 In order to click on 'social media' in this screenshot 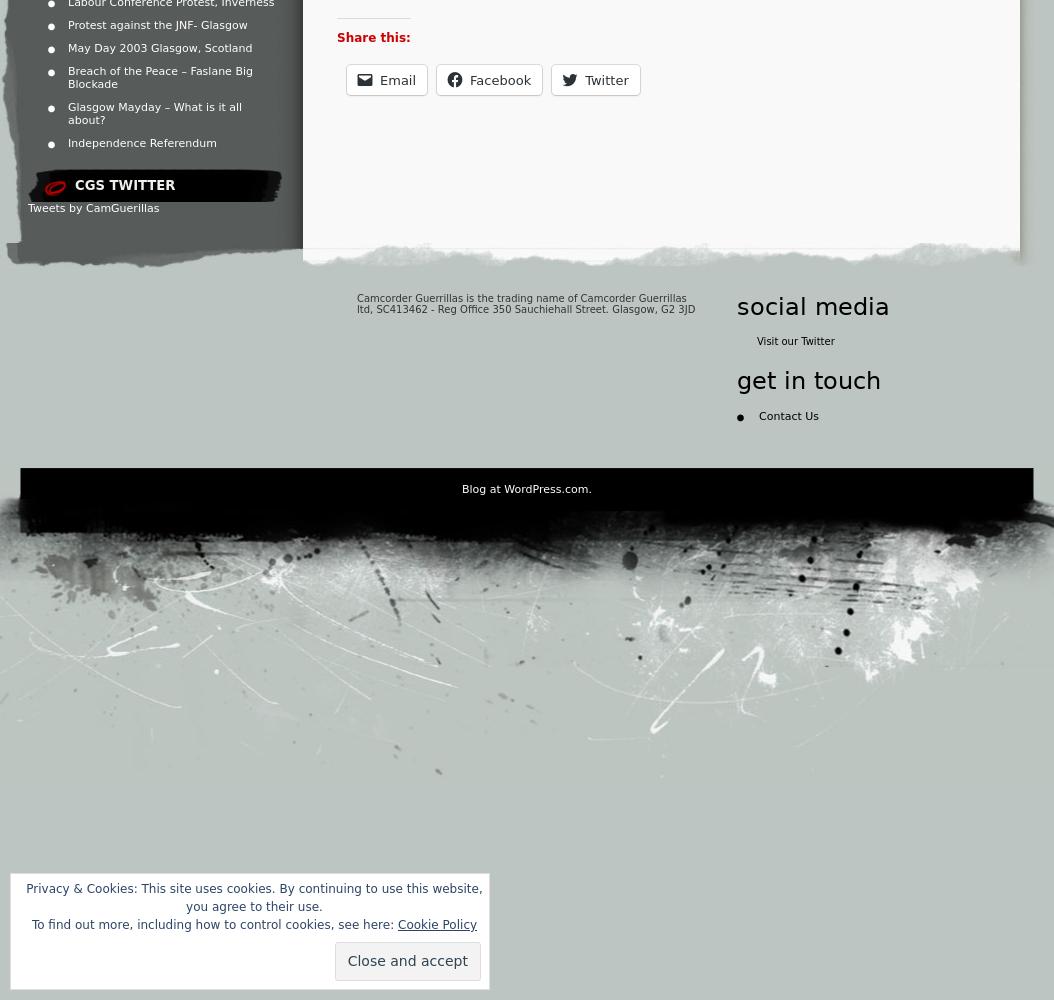, I will do `click(812, 307)`.